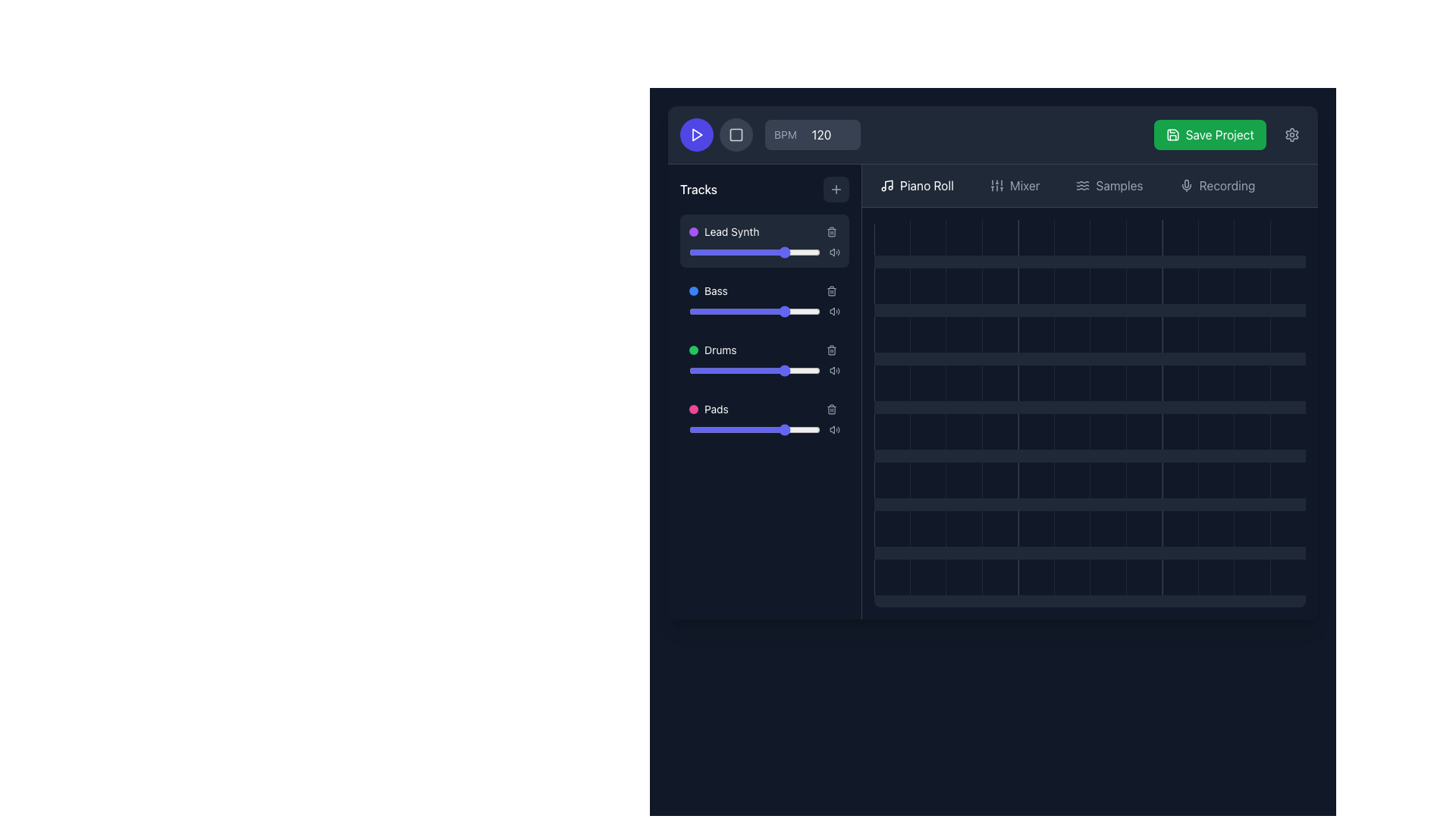  I want to click on the 6th square block in the 3rd row of the grid layout, which has a dark background and changes shade on hover, so click(1071, 334).